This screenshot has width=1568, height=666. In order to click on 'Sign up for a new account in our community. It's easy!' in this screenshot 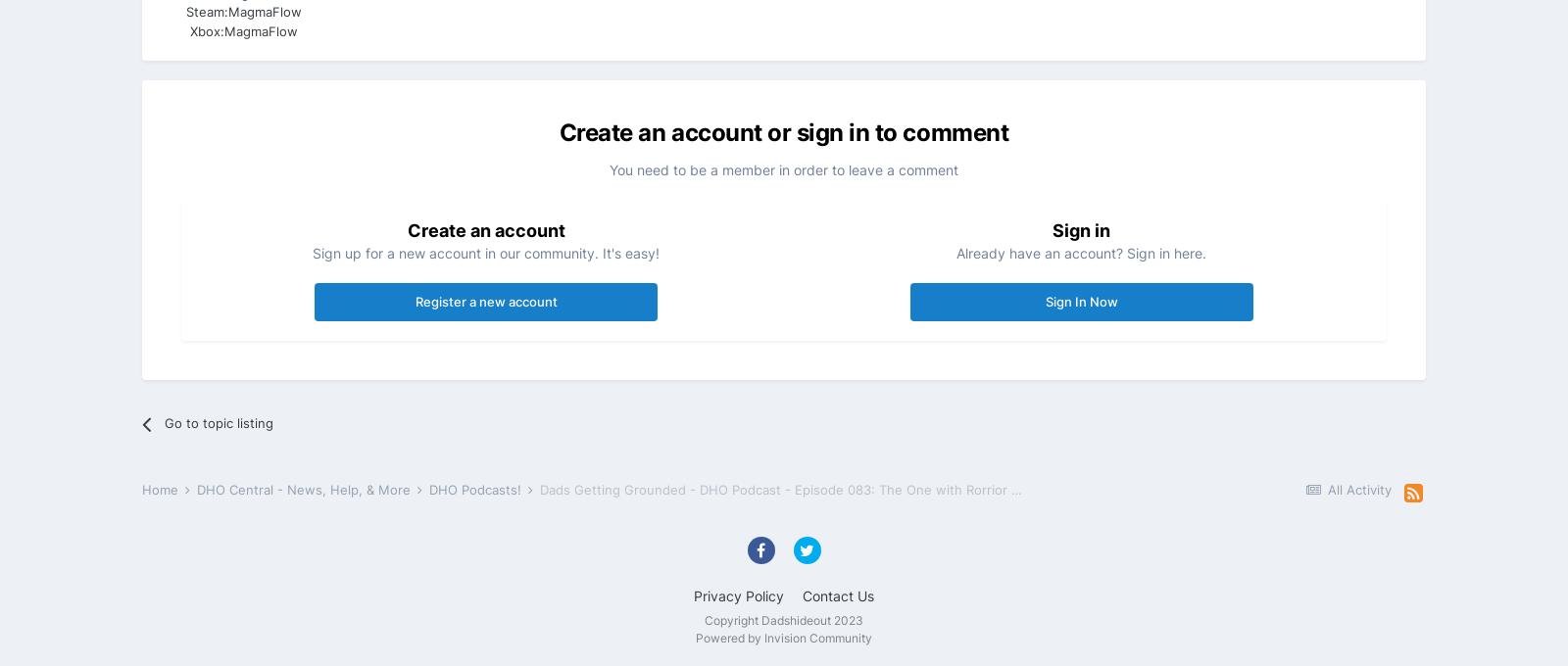, I will do `click(485, 252)`.